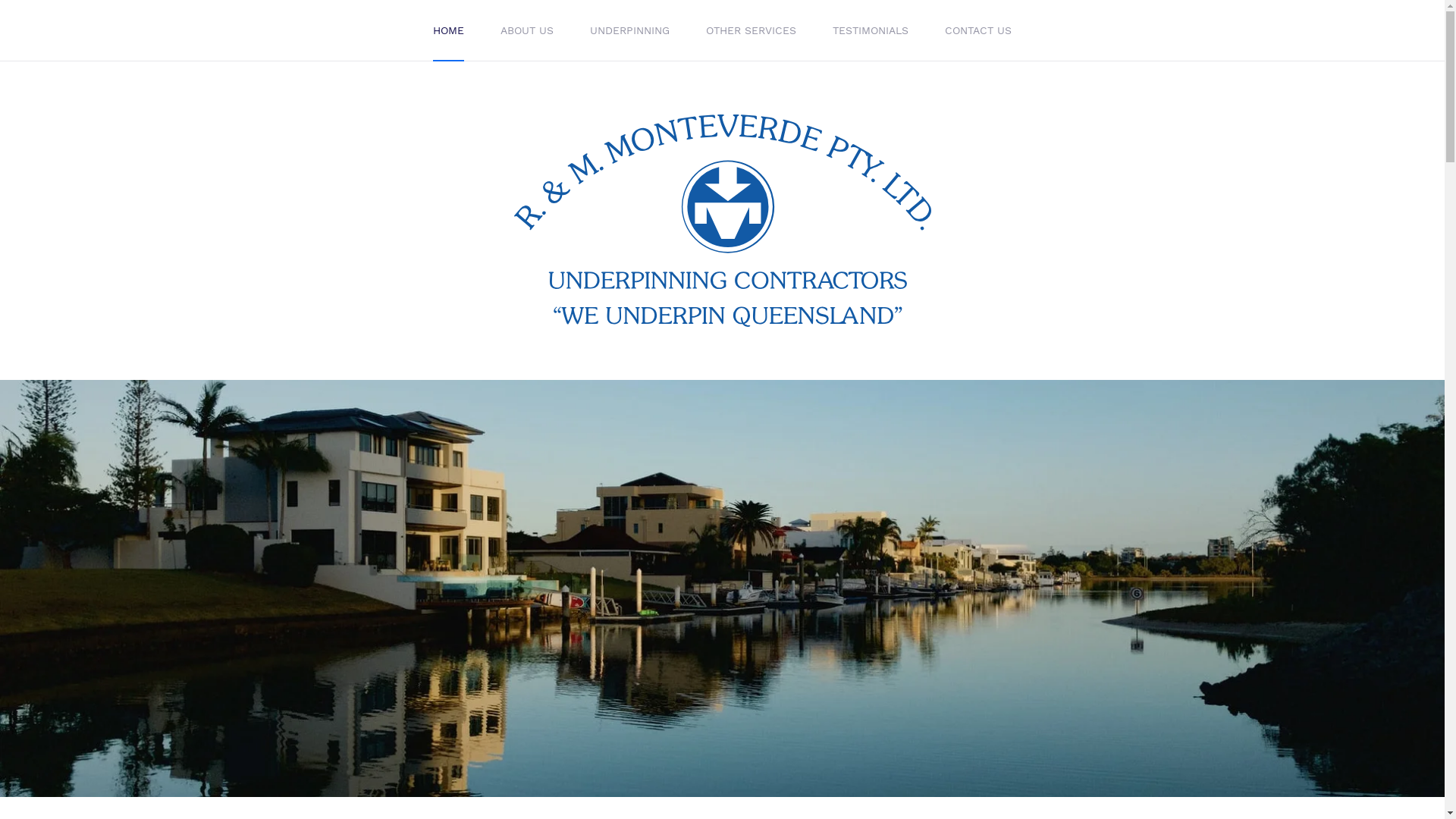  Describe the element at coordinates (570, 30) in the screenshot. I see `'UNDERPINNING'` at that location.